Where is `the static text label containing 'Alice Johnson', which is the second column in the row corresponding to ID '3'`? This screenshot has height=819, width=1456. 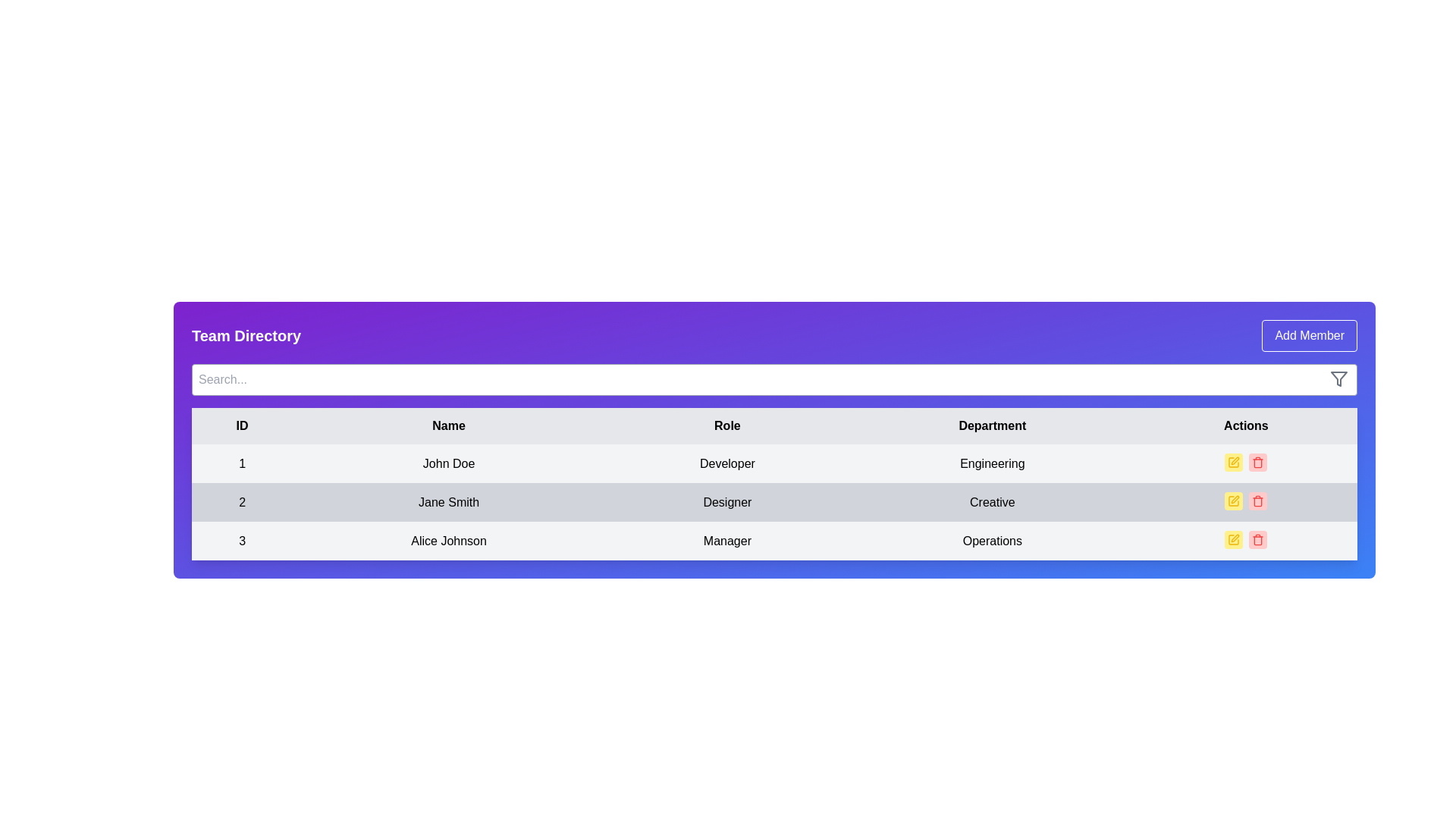 the static text label containing 'Alice Johnson', which is the second column in the row corresponding to ID '3' is located at coordinates (448, 540).